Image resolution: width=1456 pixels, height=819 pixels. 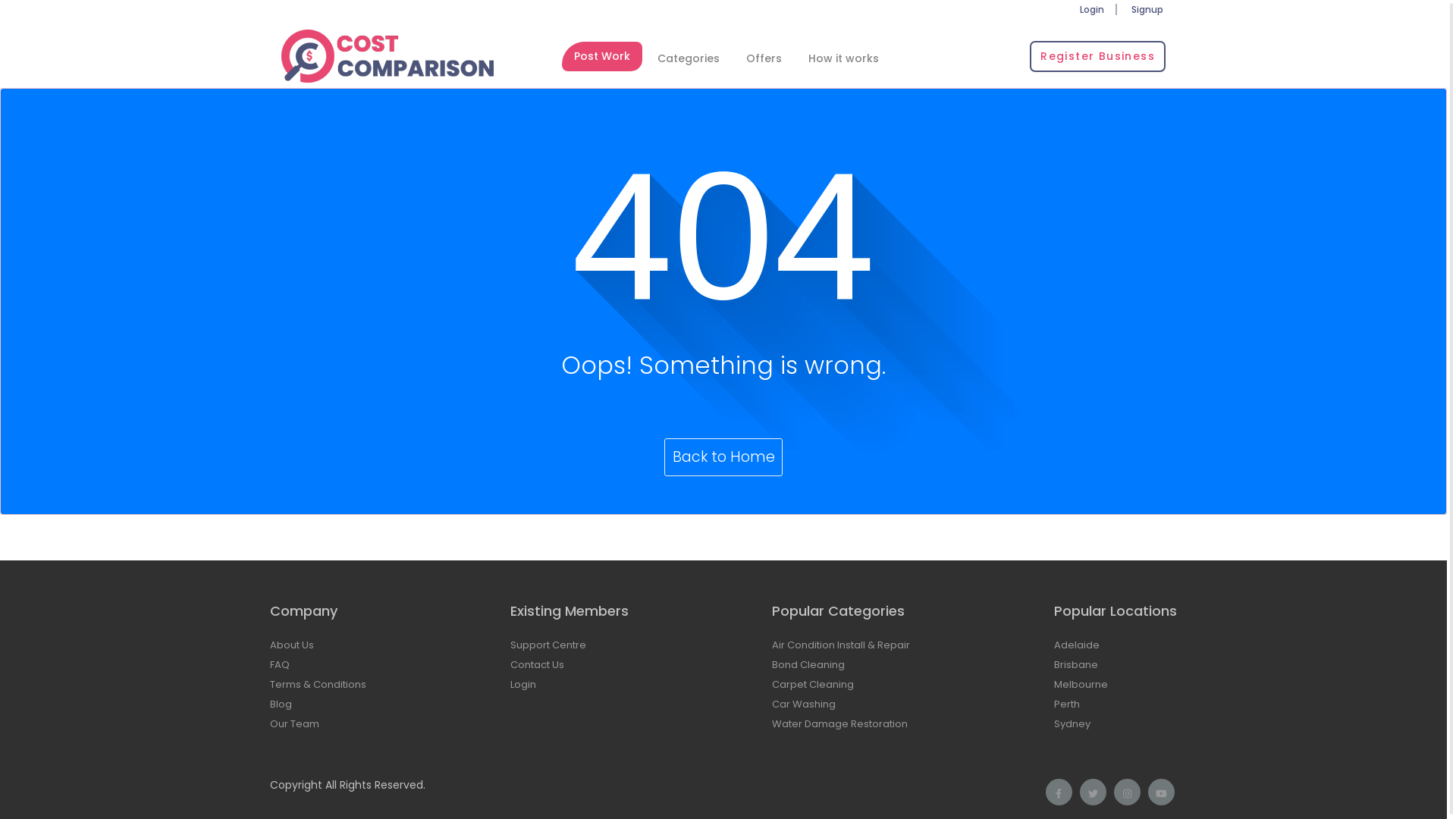 What do you see at coordinates (687, 57) in the screenshot?
I see `'Categories'` at bounding box center [687, 57].